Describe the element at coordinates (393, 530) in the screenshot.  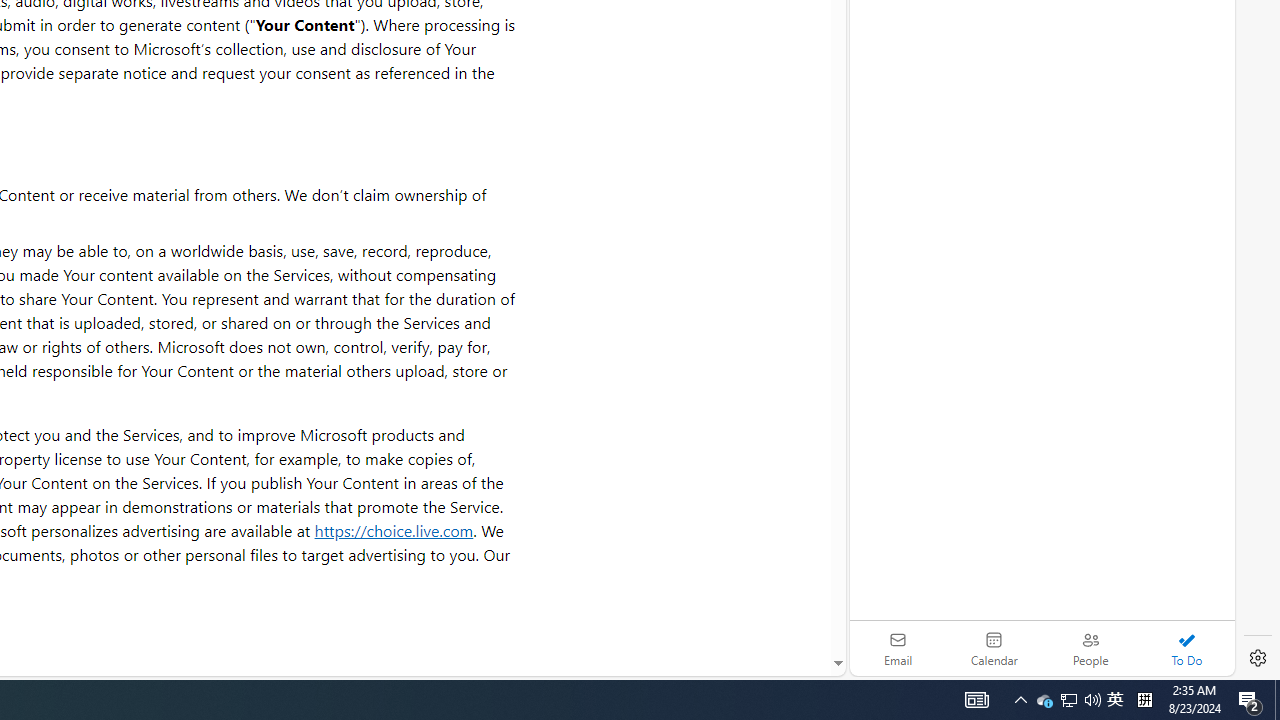
I see `'https://choice.live.com'` at that location.